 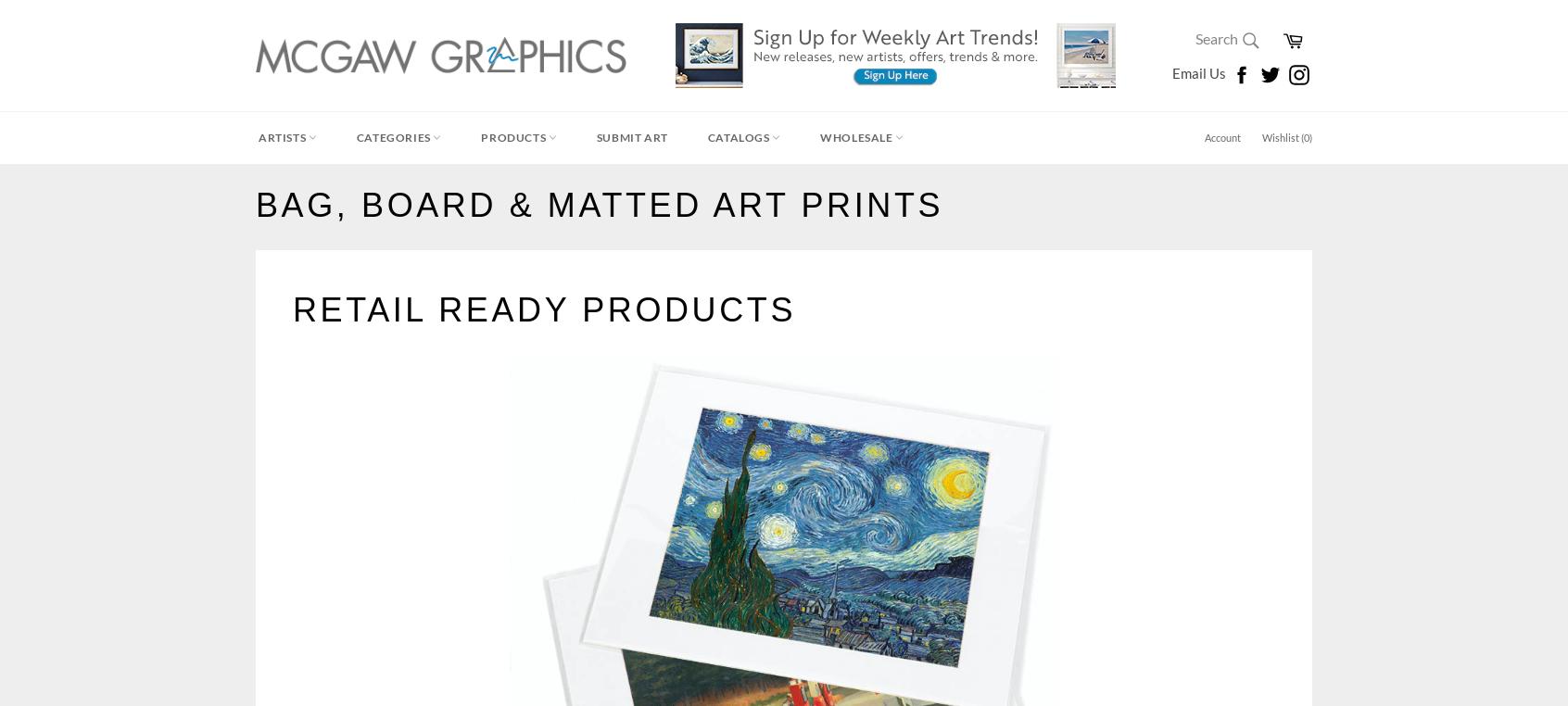 What do you see at coordinates (294, 245) in the screenshot?
I see `'Andy Warhol'` at bounding box center [294, 245].